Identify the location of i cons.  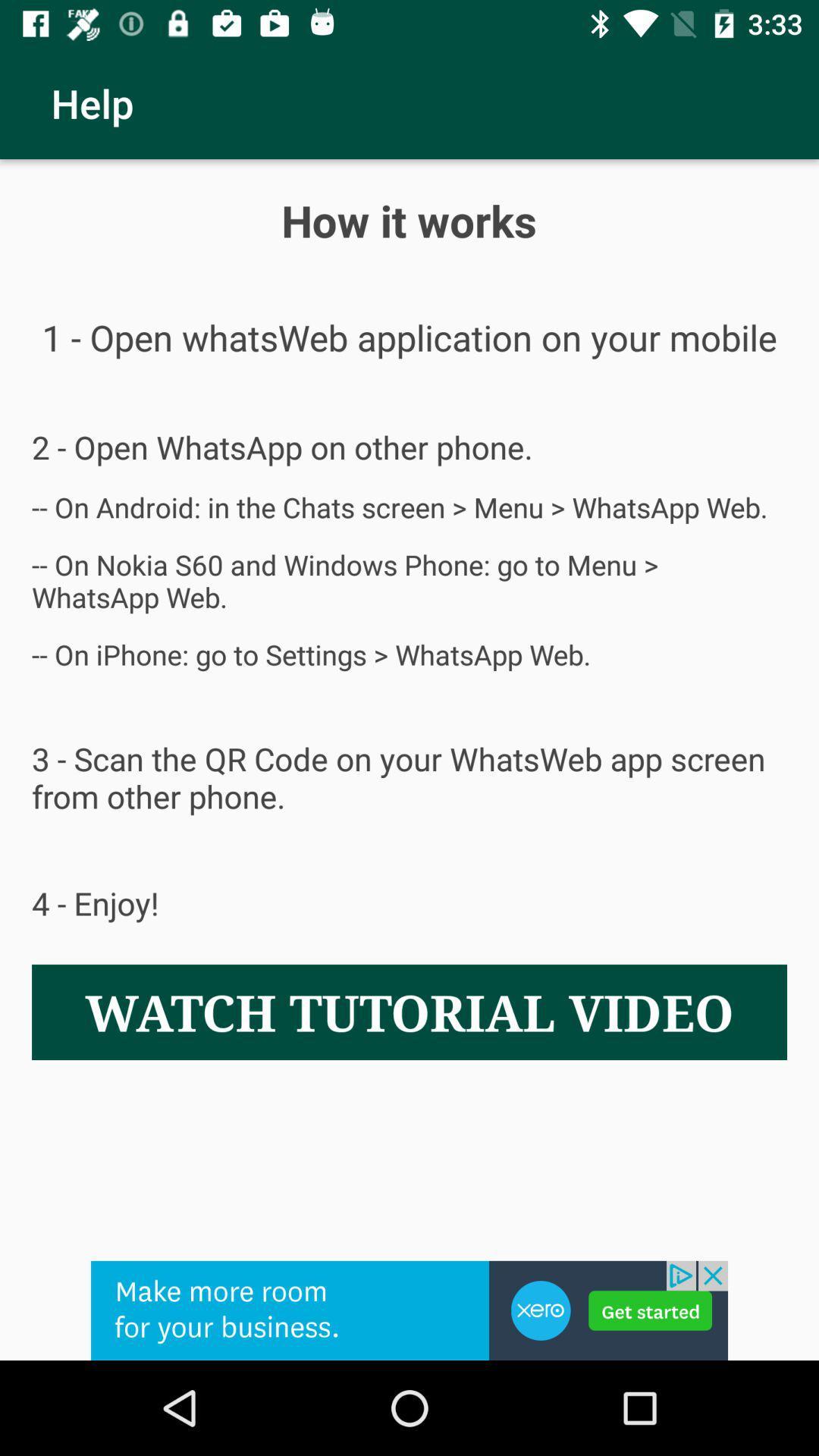
(409, 1310).